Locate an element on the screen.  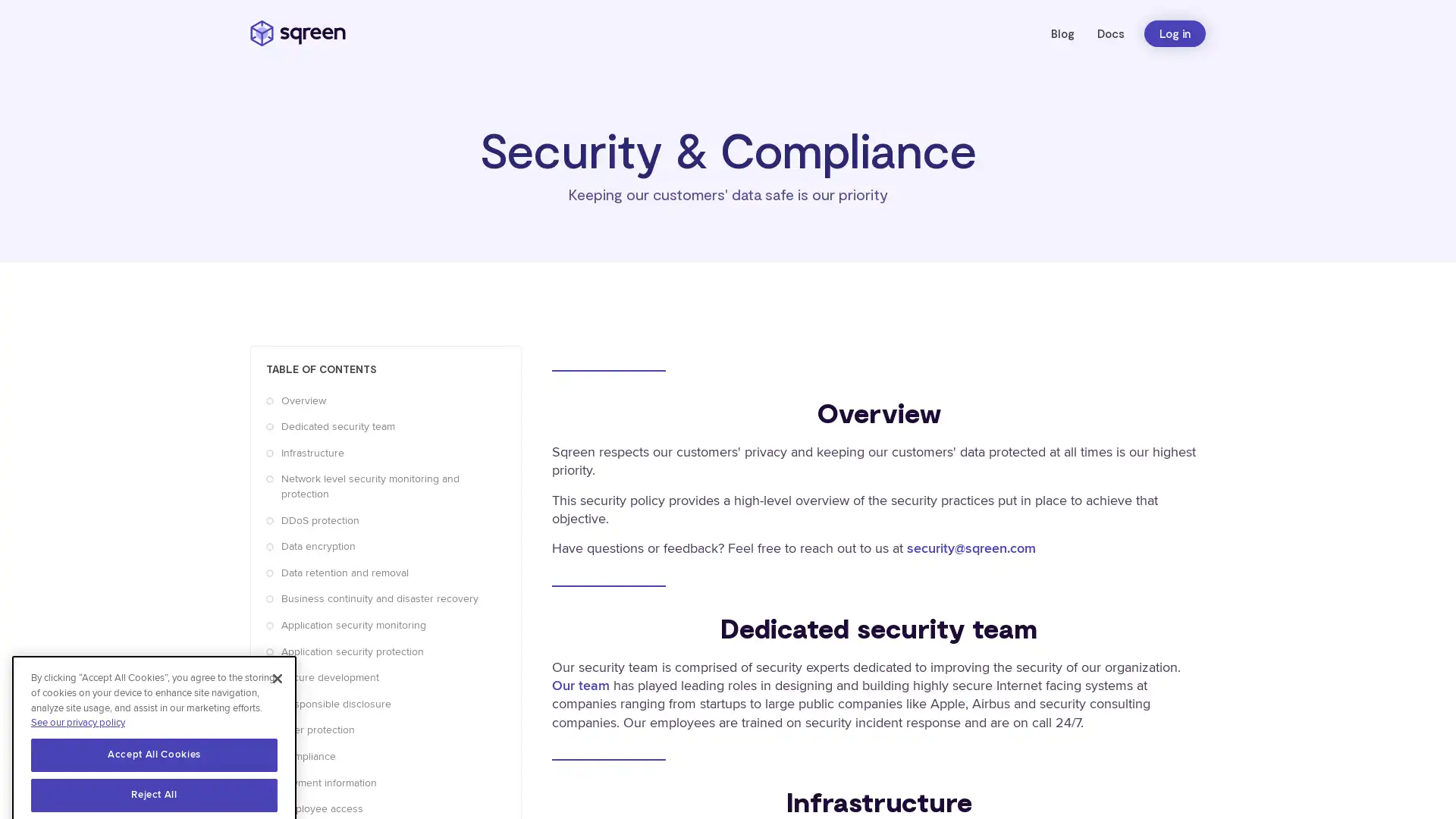
Reject All is located at coordinates (154, 762).